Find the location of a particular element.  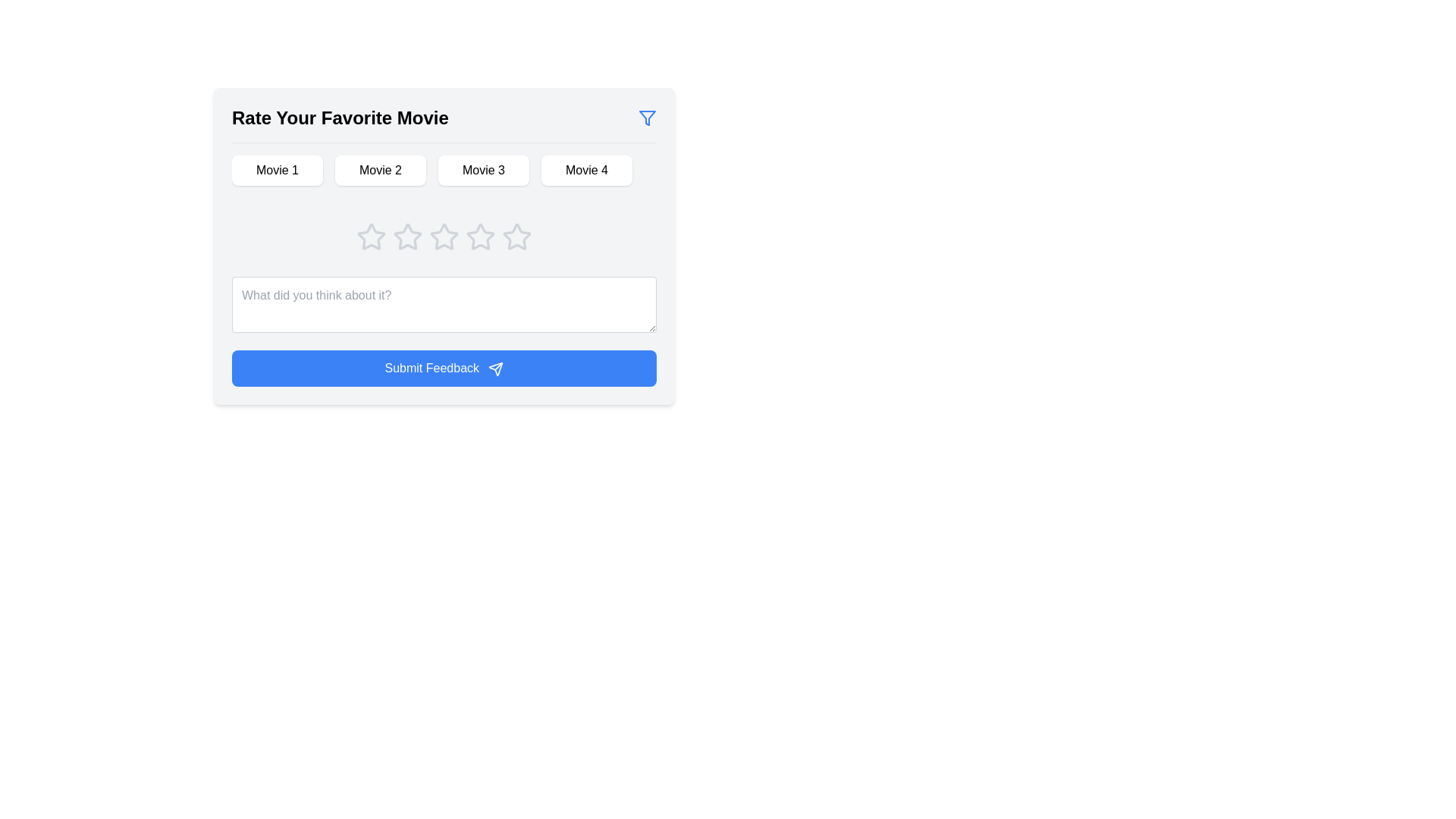

the text label displaying 'Movie 4', which is styled with a medium font size and is located in a card-like box with a white background, rounded corners, and a drop shadow is located at coordinates (585, 170).